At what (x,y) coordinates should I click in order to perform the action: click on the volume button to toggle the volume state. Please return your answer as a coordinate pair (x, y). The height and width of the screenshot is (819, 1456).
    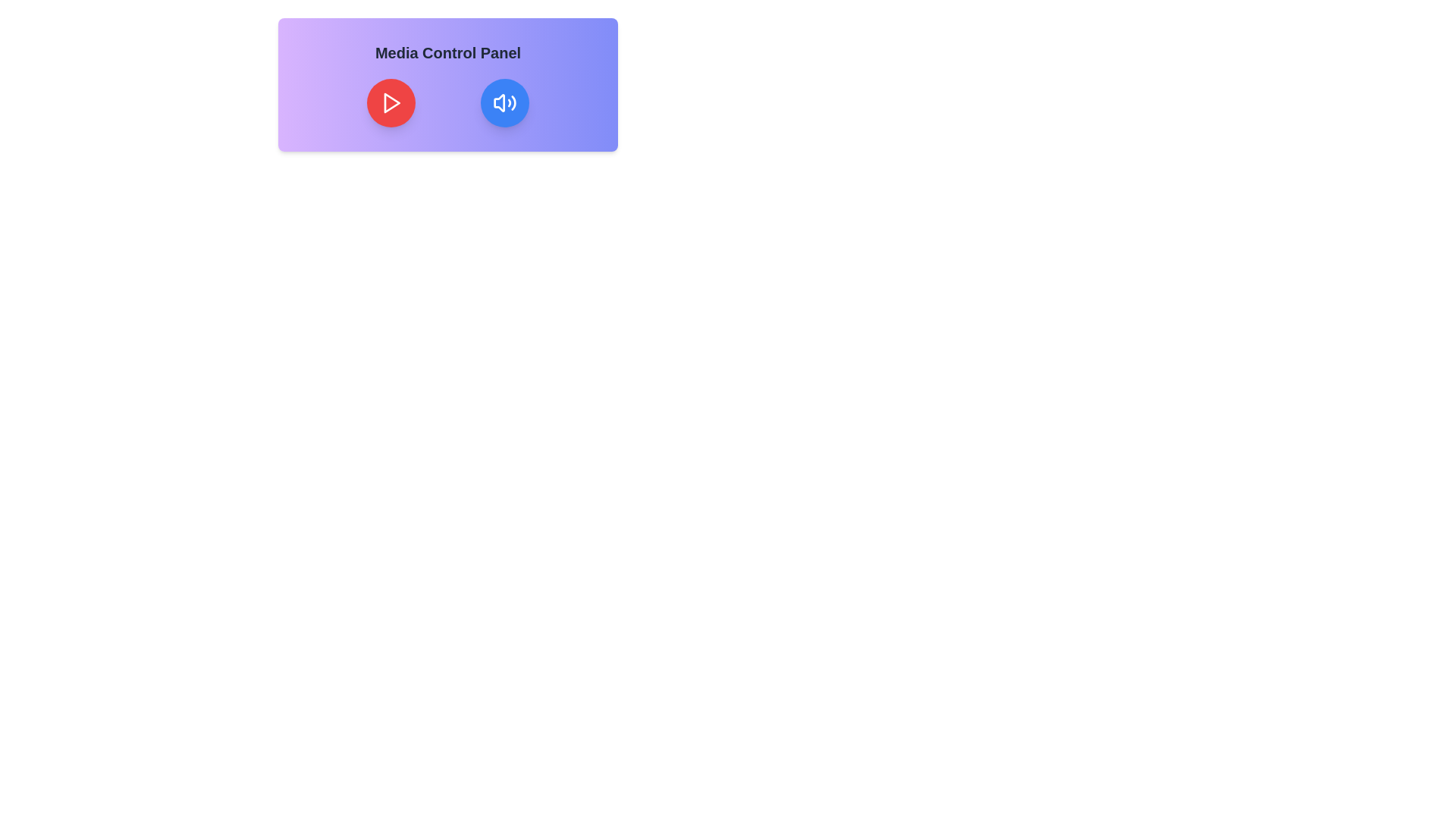
    Looking at the image, I should click on (504, 102).